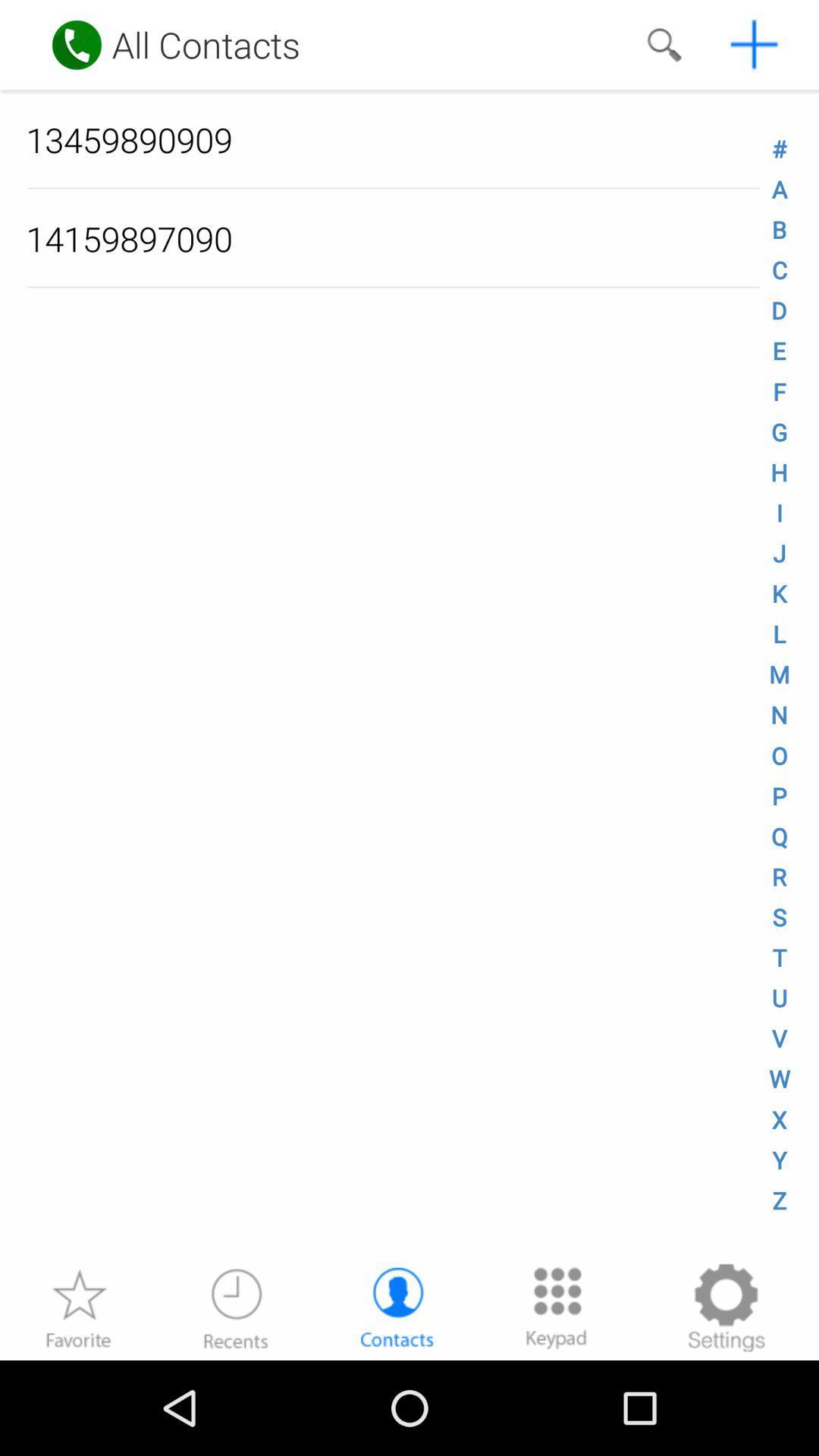 The width and height of the screenshot is (819, 1456). What do you see at coordinates (725, 1307) in the screenshot?
I see `open settings` at bounding box center [725, 1307].